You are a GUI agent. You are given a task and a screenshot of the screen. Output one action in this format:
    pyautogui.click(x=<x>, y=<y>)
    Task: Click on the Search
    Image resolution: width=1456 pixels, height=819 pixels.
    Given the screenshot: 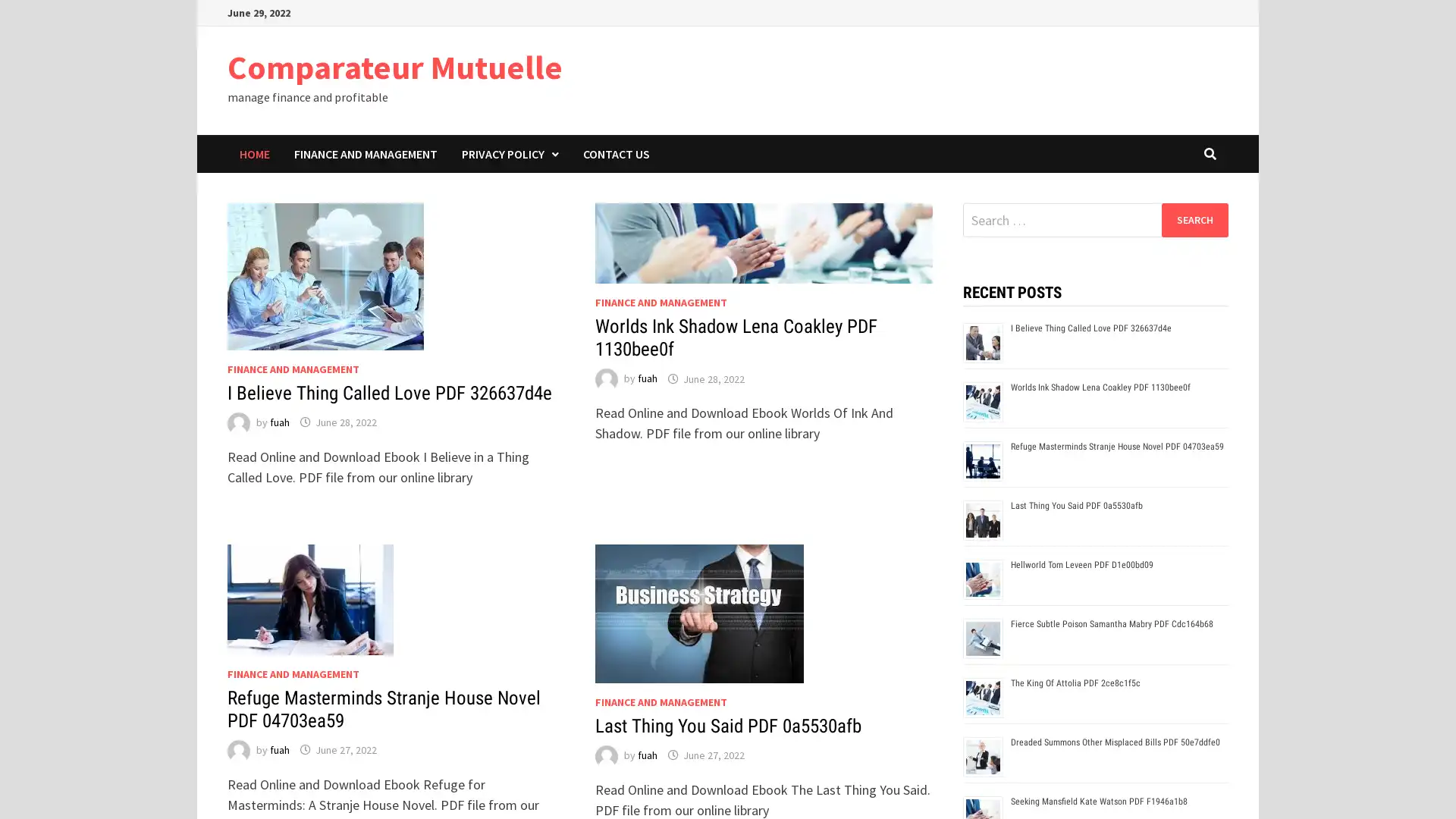 What is the action you would take?
    pyautogui.click(x=1194, y=219)
    